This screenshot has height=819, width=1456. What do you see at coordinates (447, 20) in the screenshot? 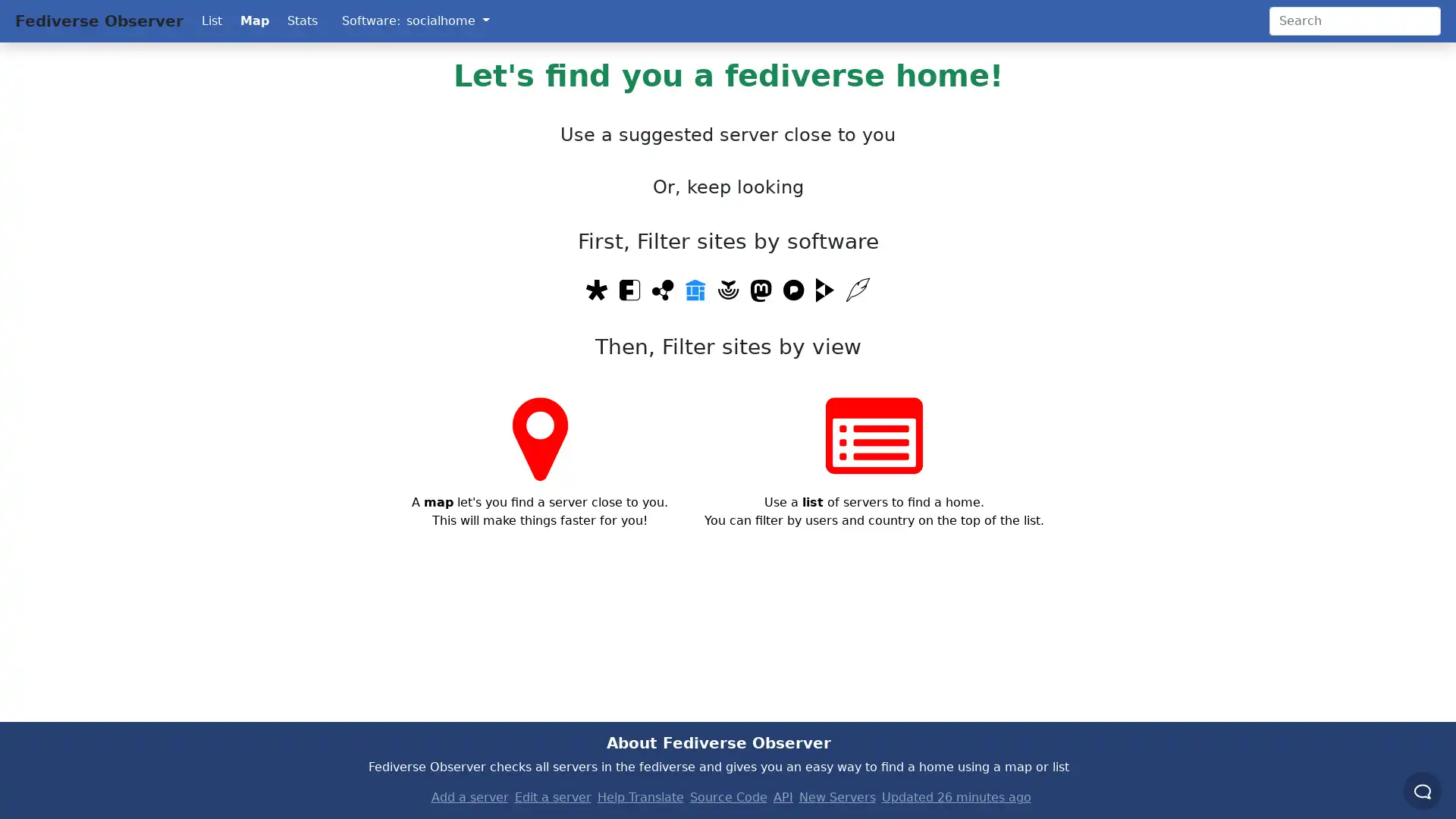
I see `socialhome` at bounding box center [447, 20].